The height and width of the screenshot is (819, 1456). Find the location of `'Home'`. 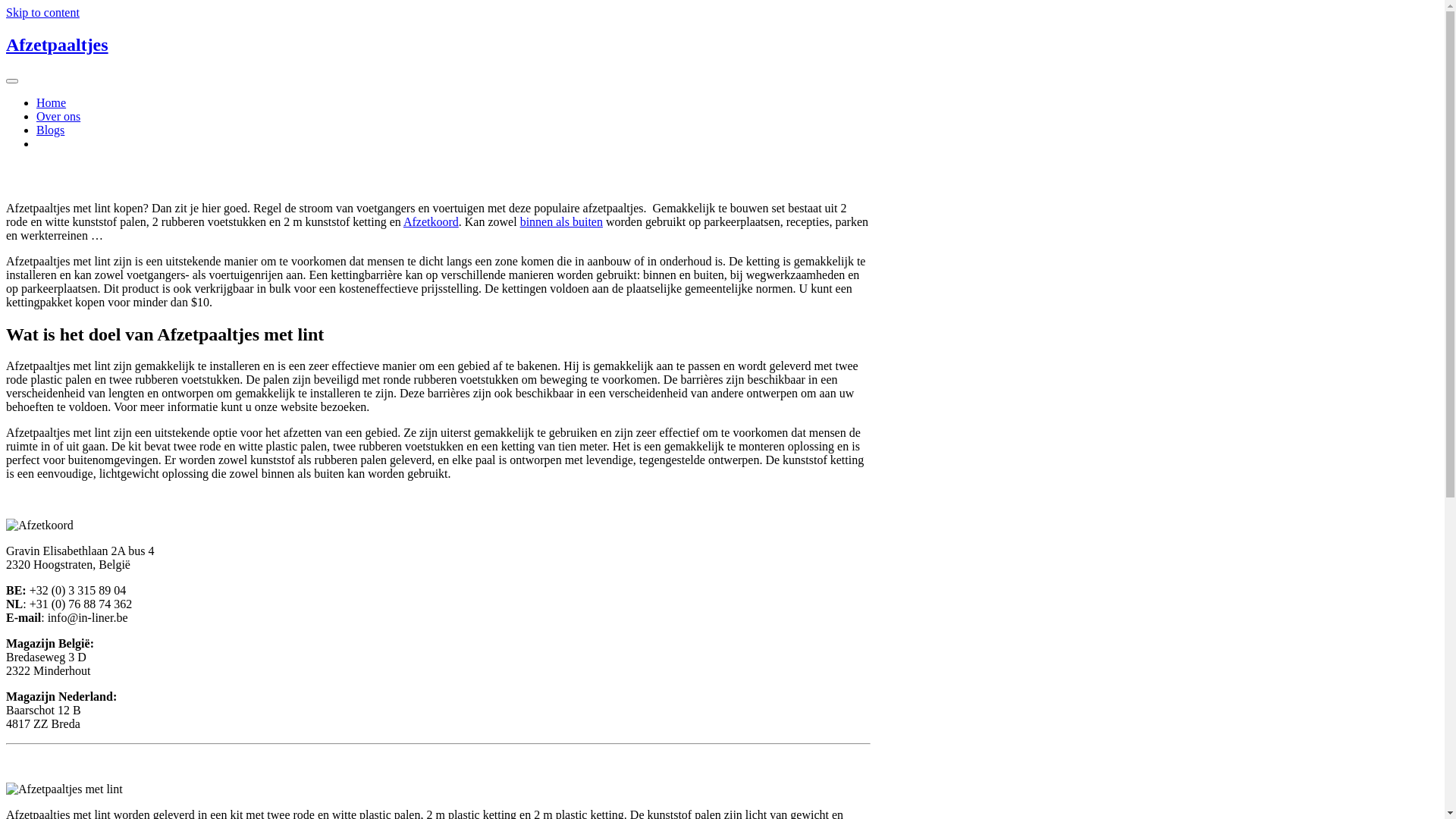

'Home' is located at coordinates (51, 102).